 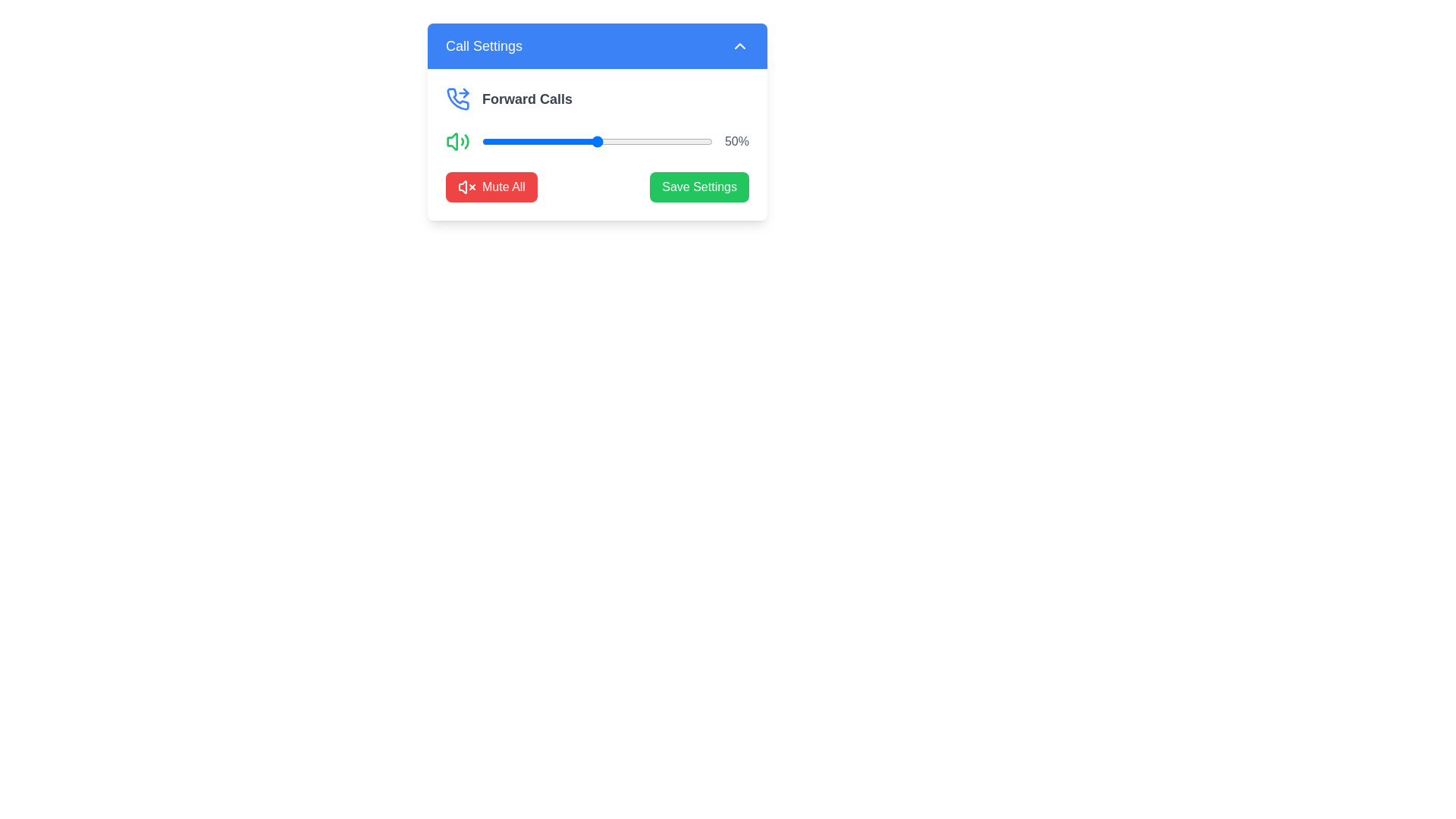 I want to click on the volume slider, so click(x=537, y=141).